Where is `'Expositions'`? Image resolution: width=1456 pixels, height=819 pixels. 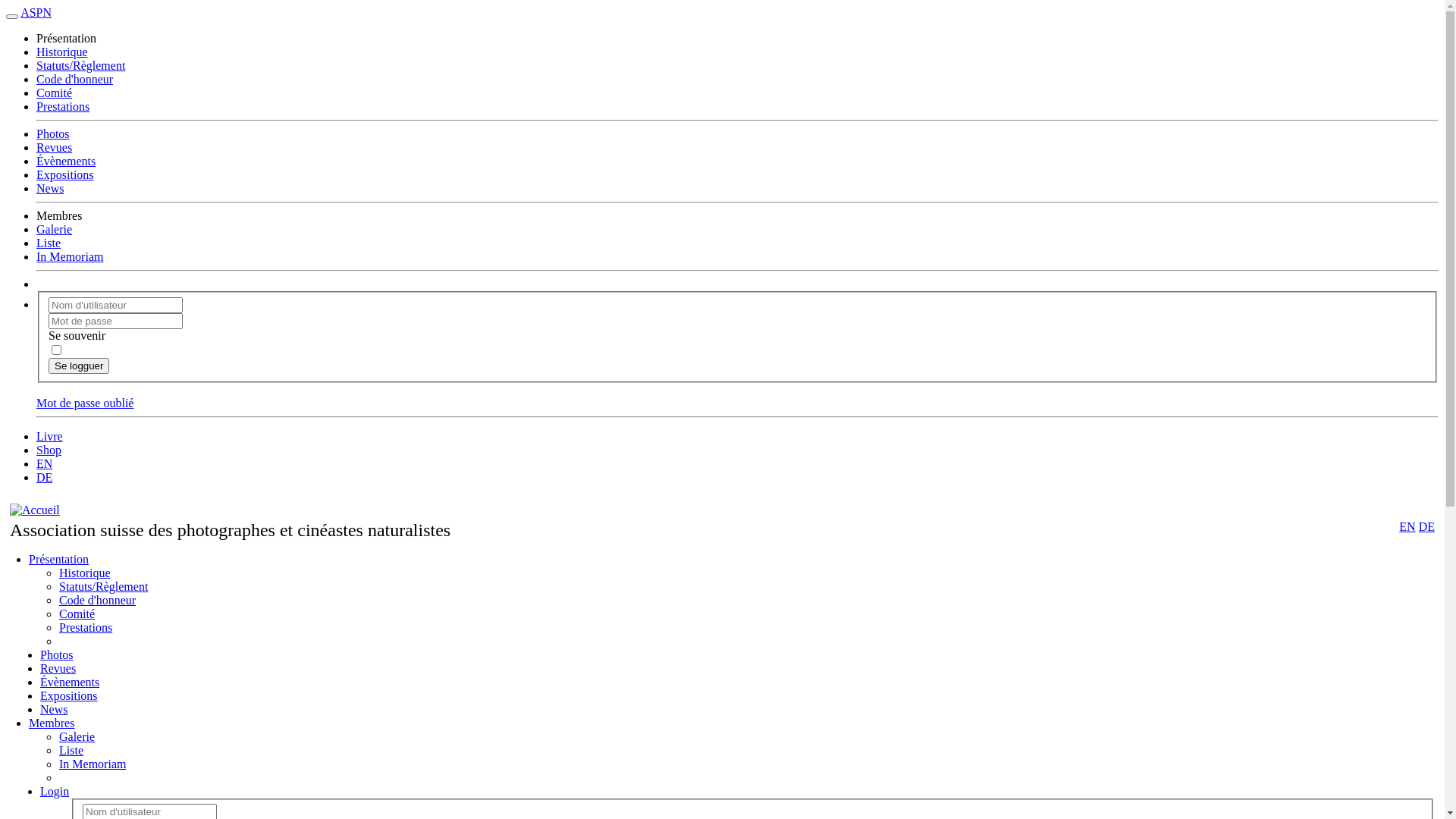 'Expositions' is located at coordinates (39, 695).